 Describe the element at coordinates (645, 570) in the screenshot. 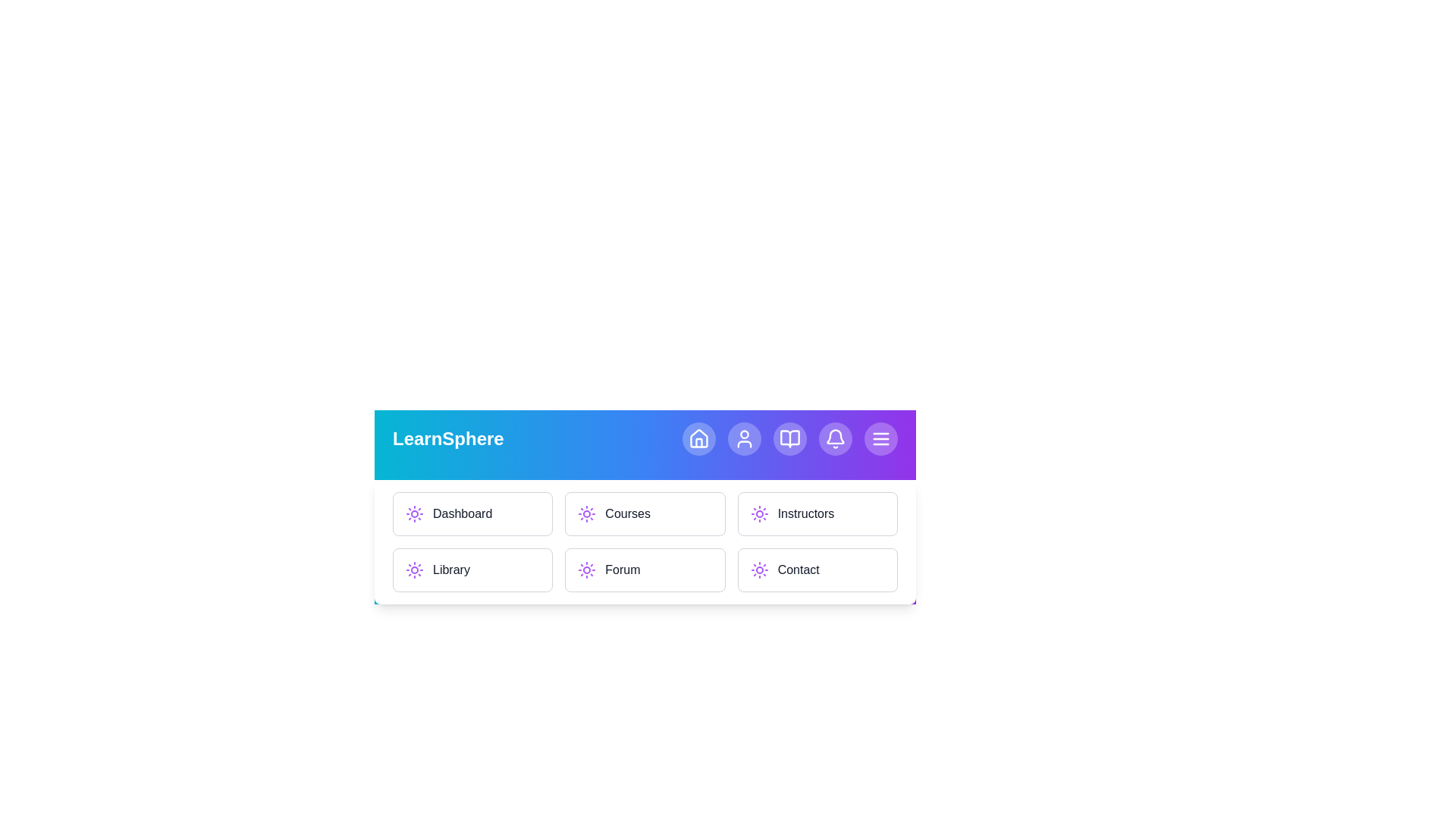

I see `the menu item Forum to navigate to the corresponding section` at that location.